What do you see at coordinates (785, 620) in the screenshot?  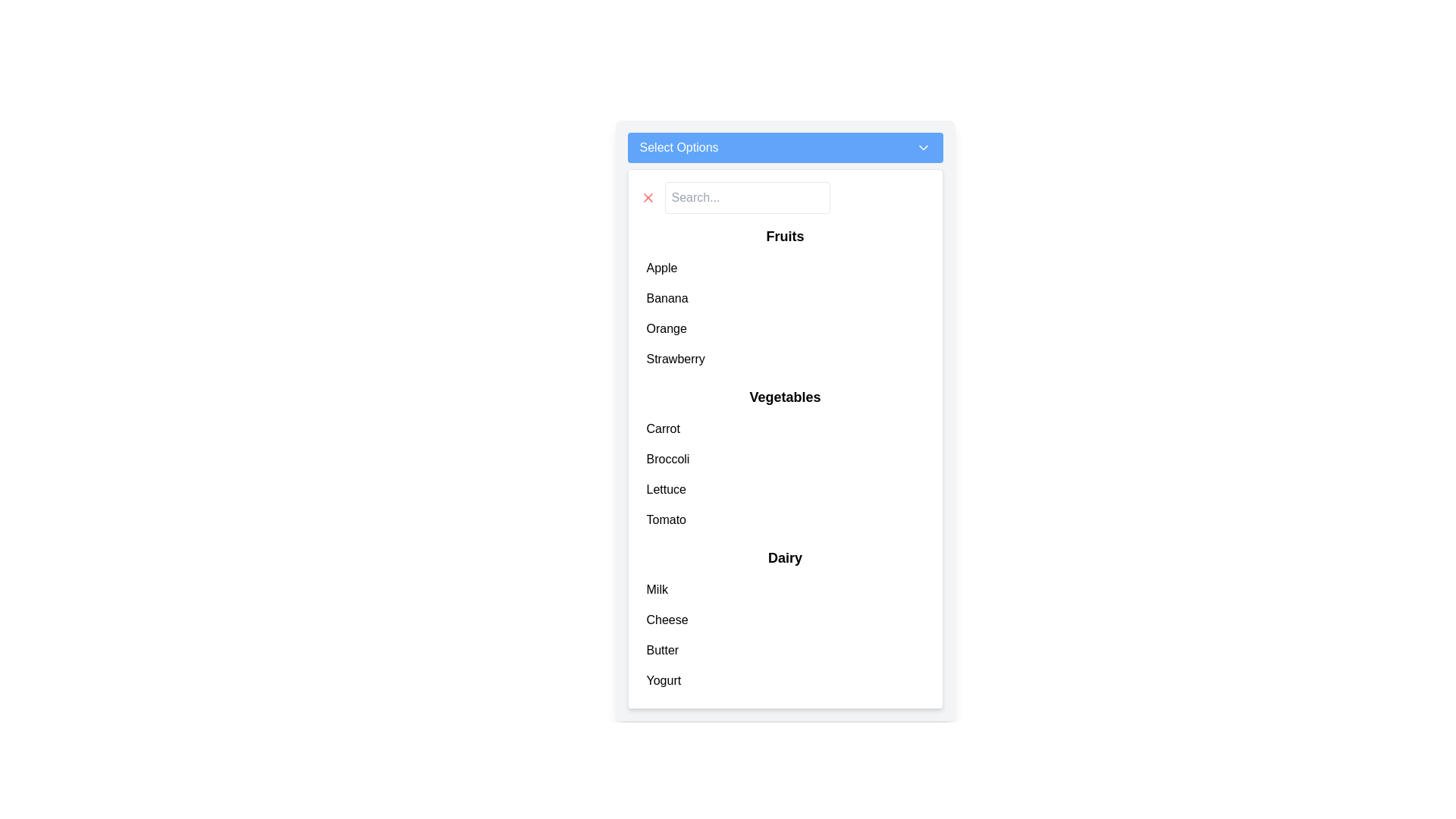 I see `the list item labeled 'Cheese'` at bounding box center [785, 620].